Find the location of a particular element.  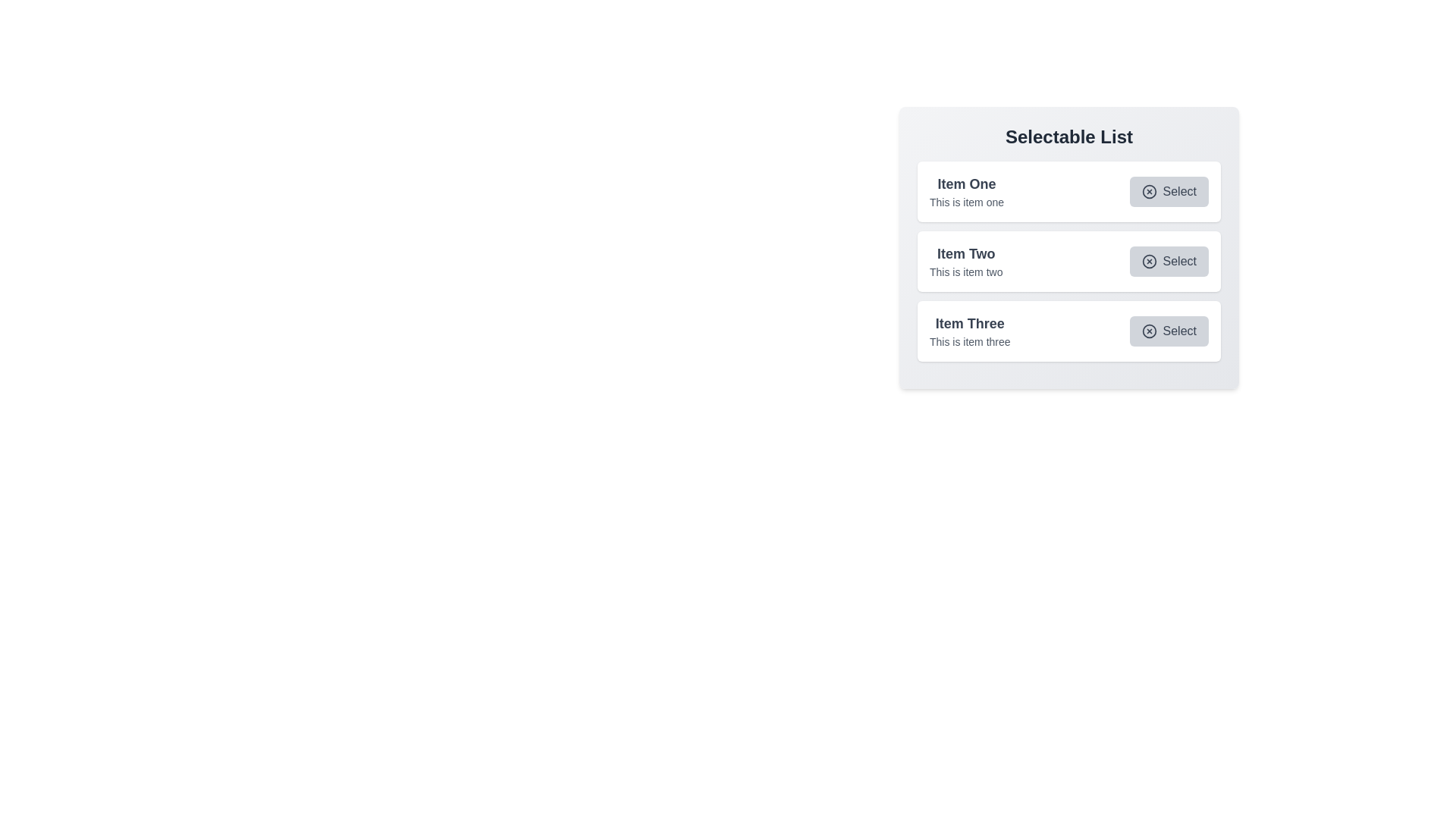

'Select' button for item Item One is located at coordinates (1168, 191).